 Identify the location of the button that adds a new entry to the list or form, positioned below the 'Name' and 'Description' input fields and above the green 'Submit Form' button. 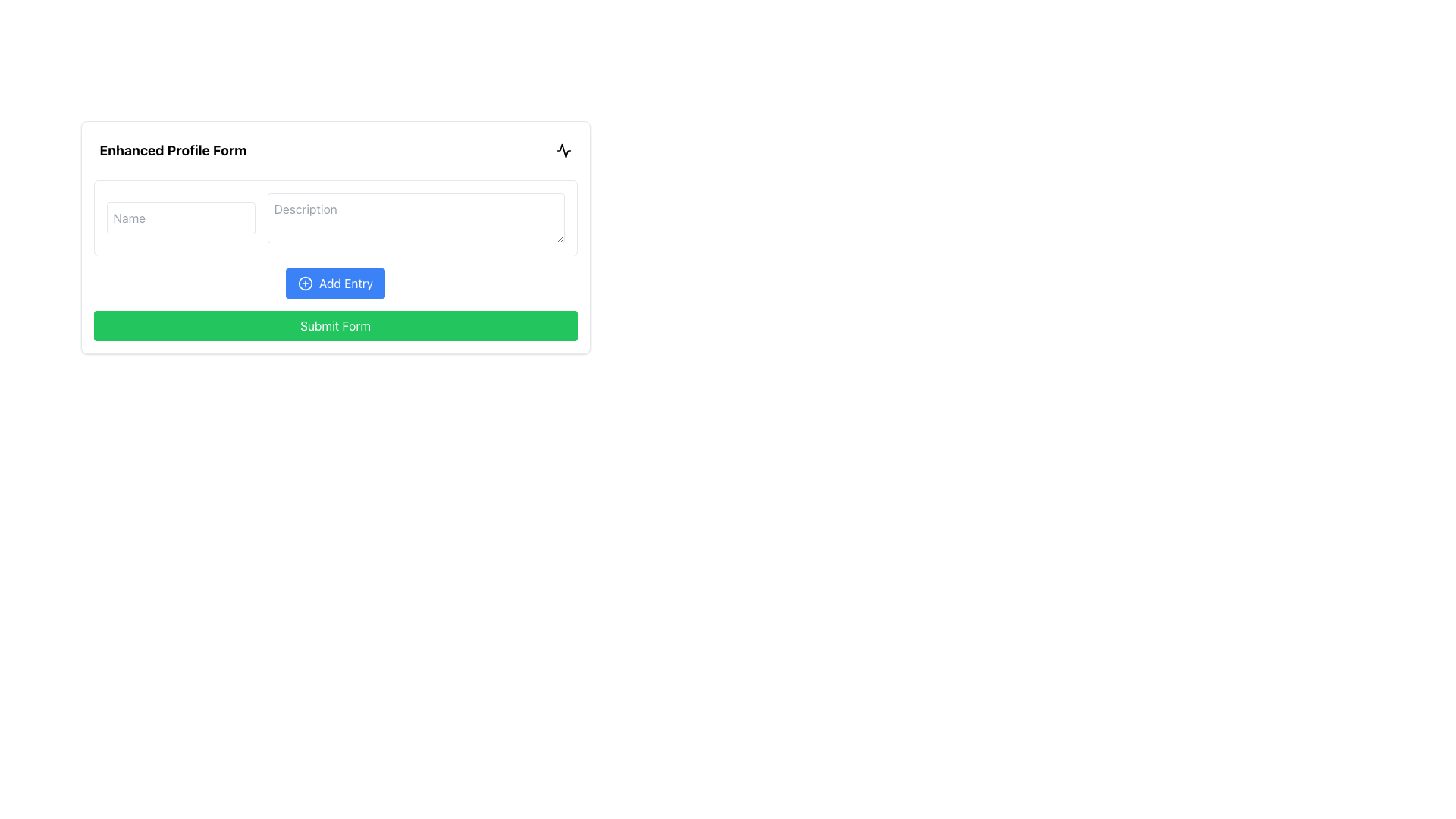
(334, 284).